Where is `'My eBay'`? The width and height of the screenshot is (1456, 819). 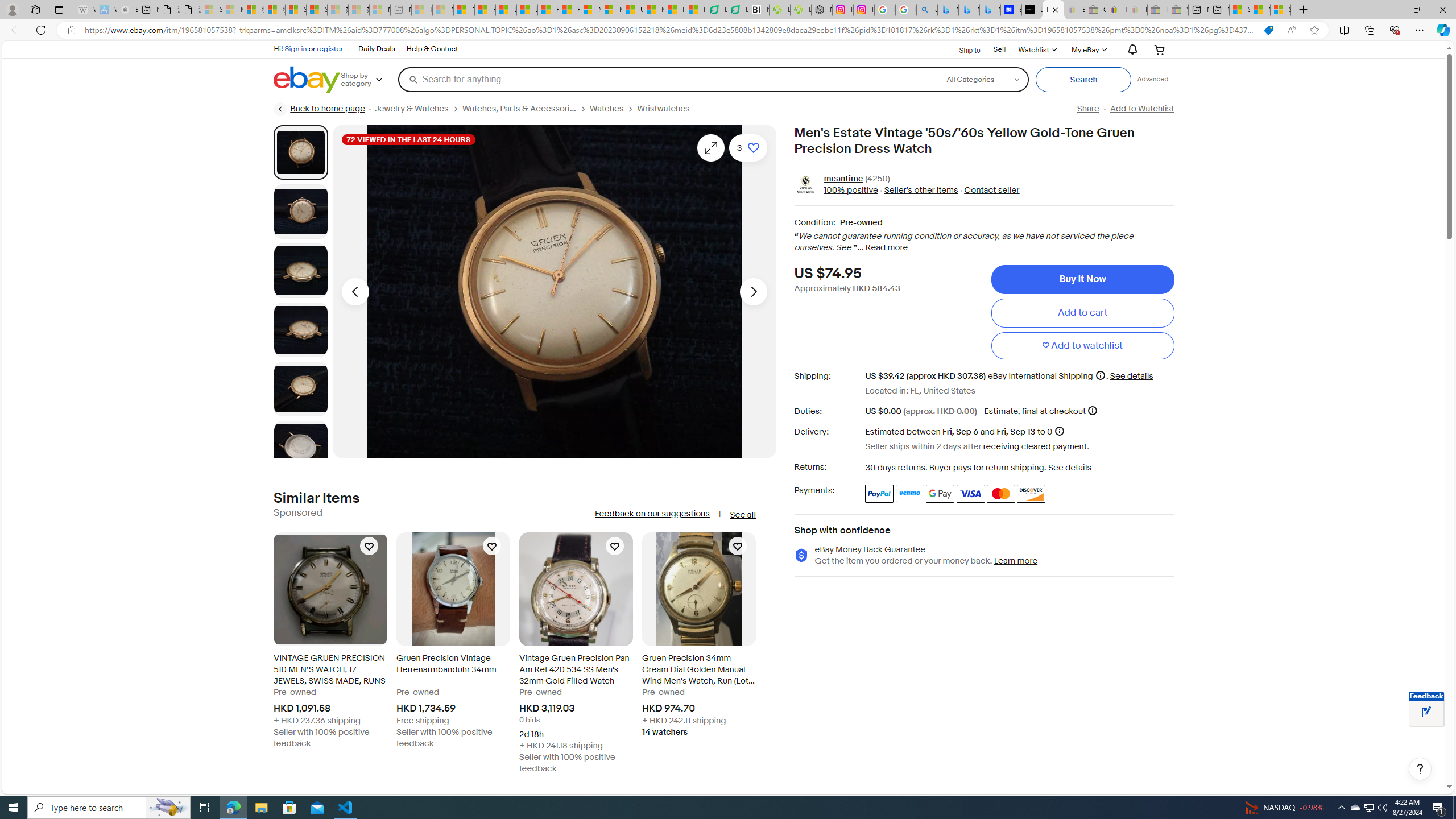 'My eBay' is located at coordinates (1087, 49).